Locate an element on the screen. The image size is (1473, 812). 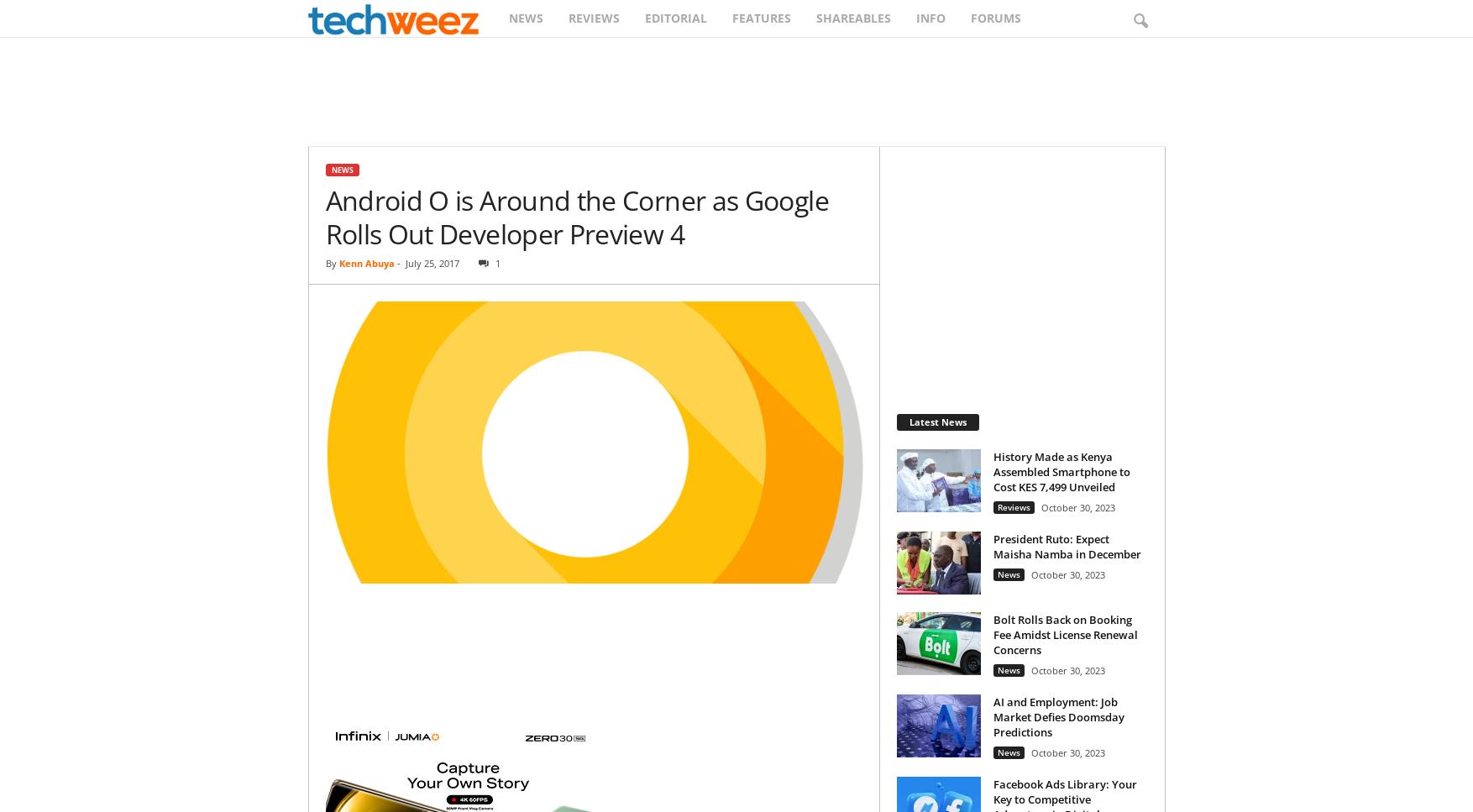
'History Made as Kenya Assembled Smartphone to Cost KES 7,499 Unveiled' is located at coordinates (1061, 469).